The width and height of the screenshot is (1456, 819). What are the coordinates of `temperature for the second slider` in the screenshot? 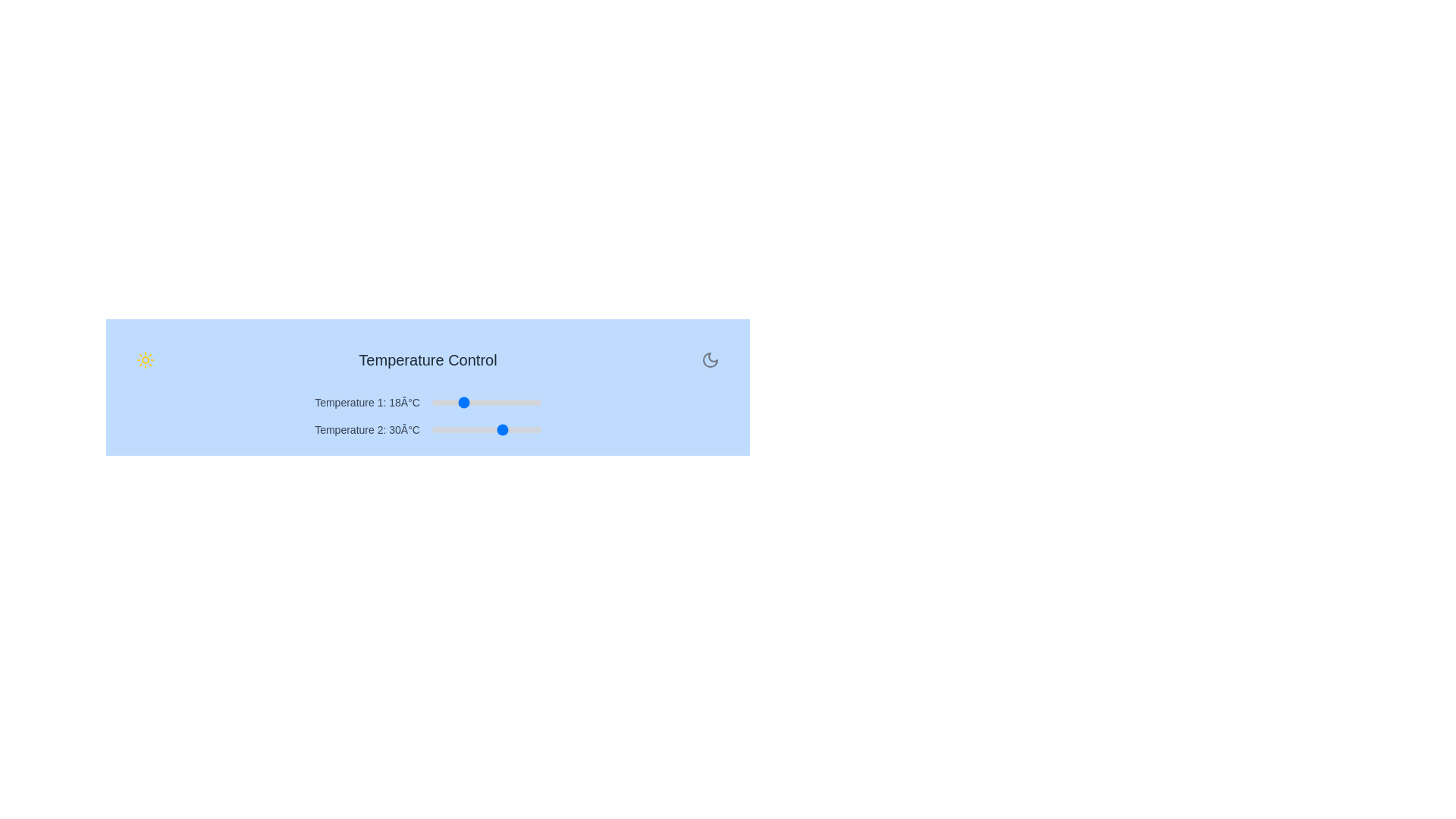 It's located at (530, 430).